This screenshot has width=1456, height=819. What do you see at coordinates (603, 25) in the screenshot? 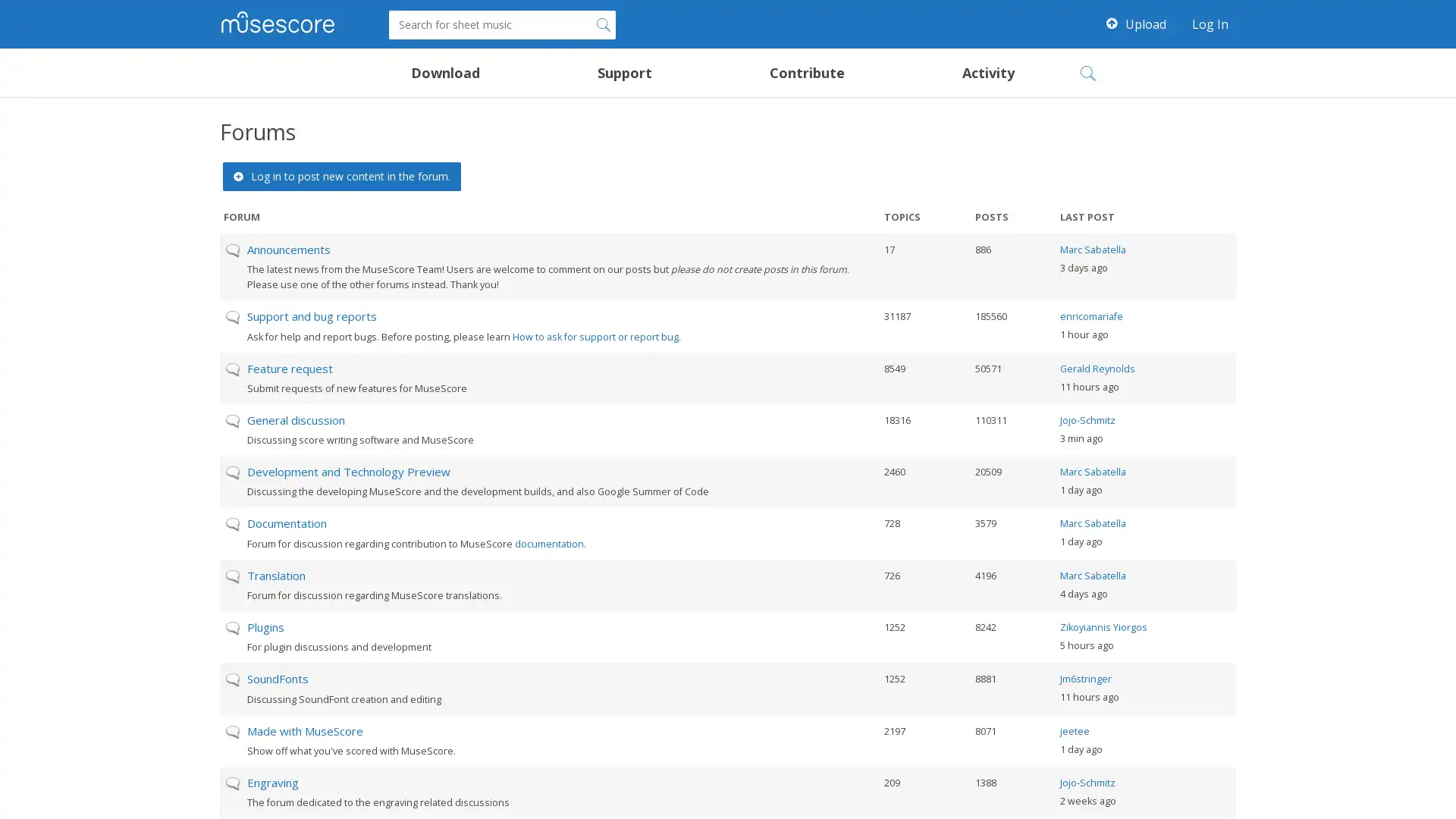
I see `Search` at bounding box center [603, 25].